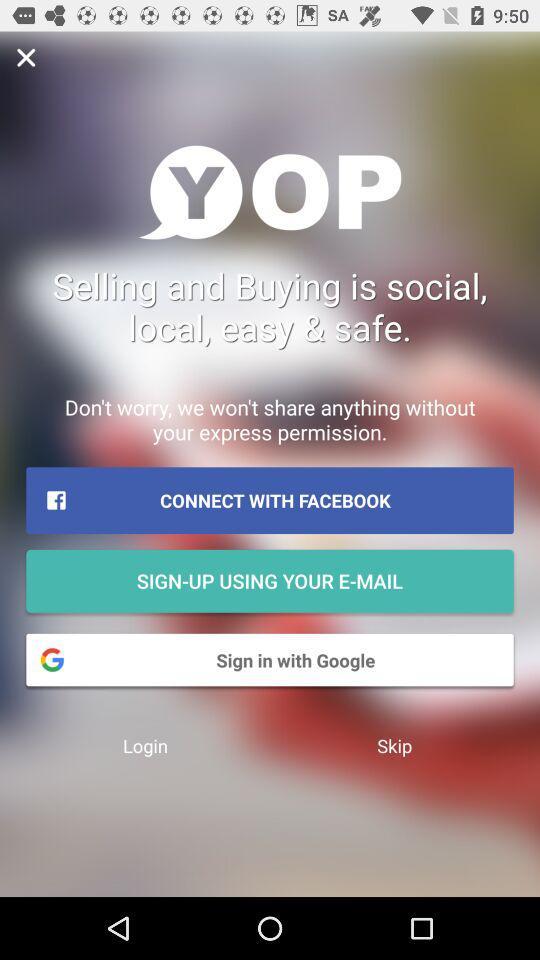 This screenshot has height=960, width=540. Describe the element at coordinates (25, 56) in the screenshot. I see `button` at that location.